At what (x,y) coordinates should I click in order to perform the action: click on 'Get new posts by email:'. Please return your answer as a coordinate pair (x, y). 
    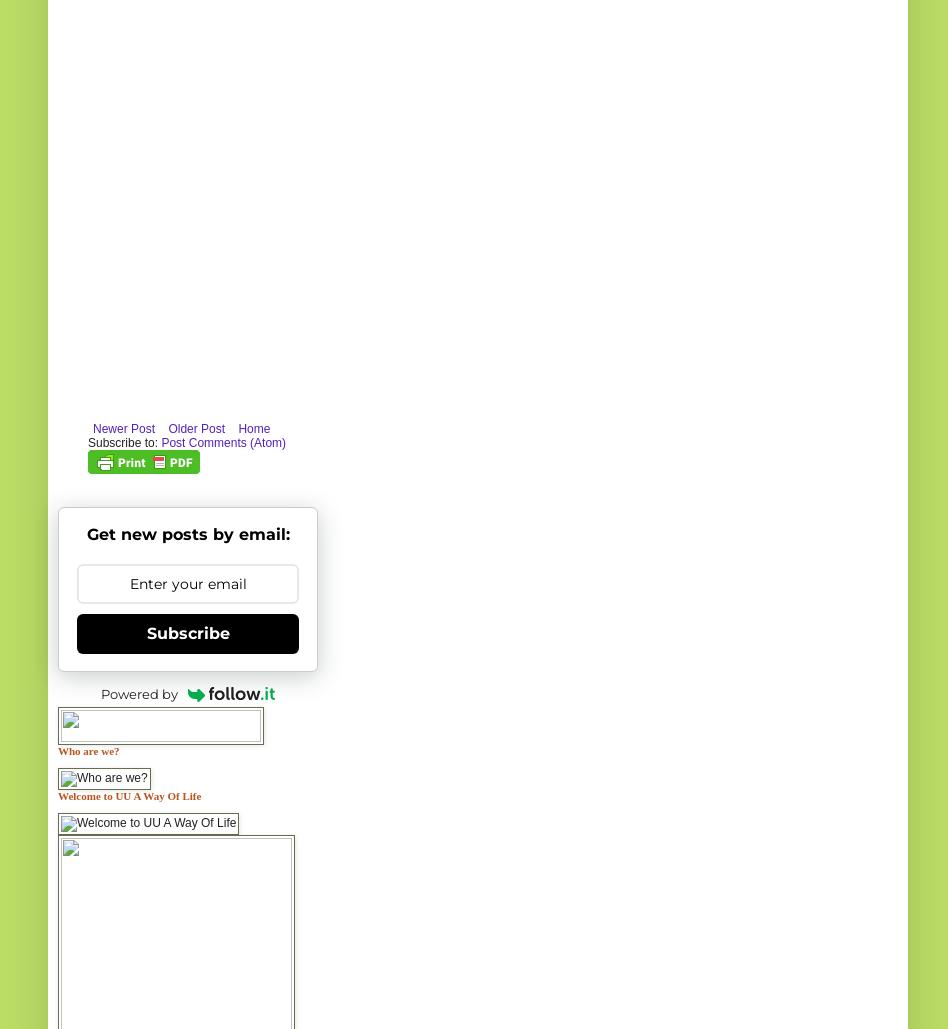
    Looking at the image, I should click on (186, 532).